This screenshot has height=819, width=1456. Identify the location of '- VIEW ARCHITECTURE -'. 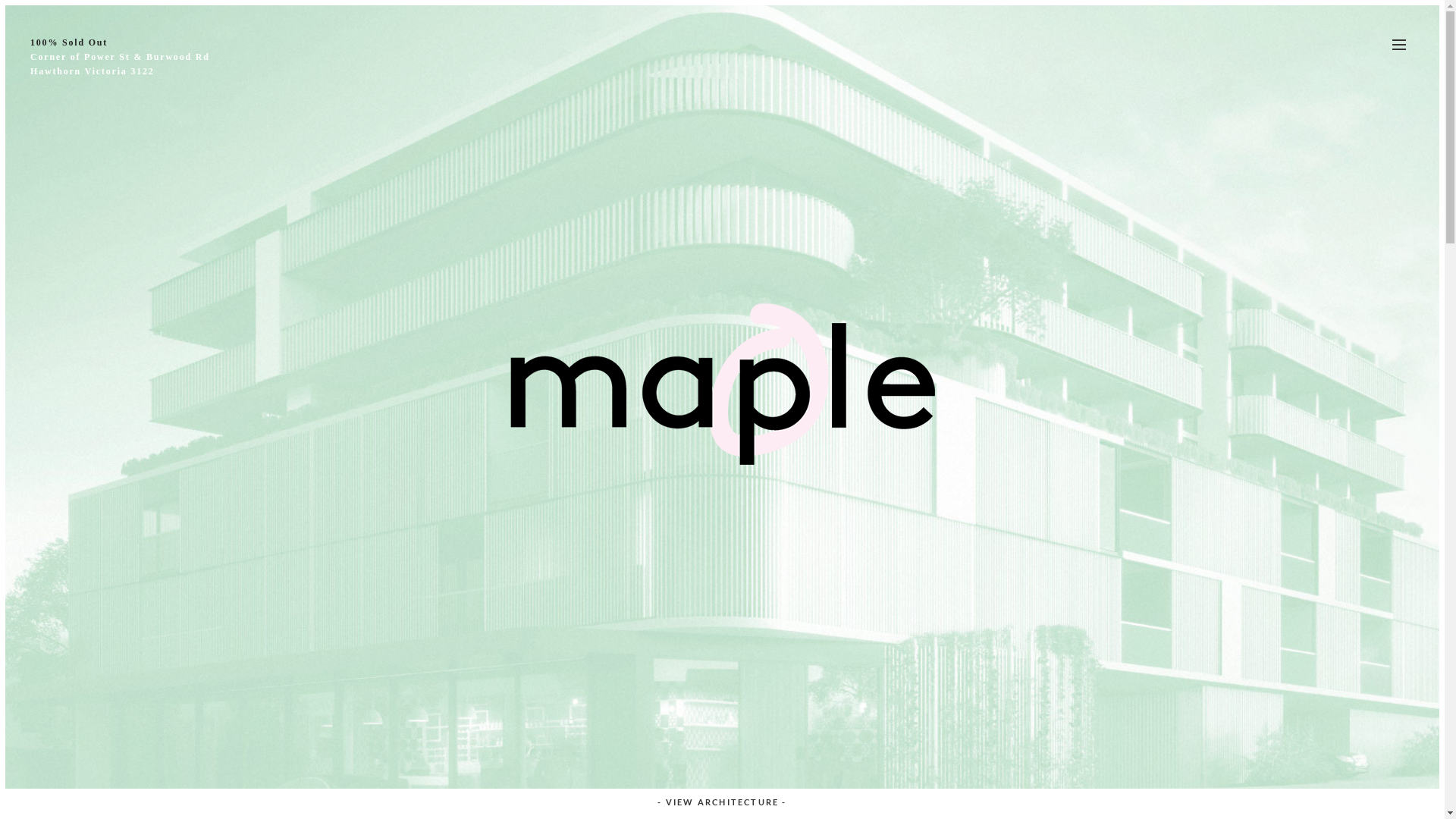
(645, 801).